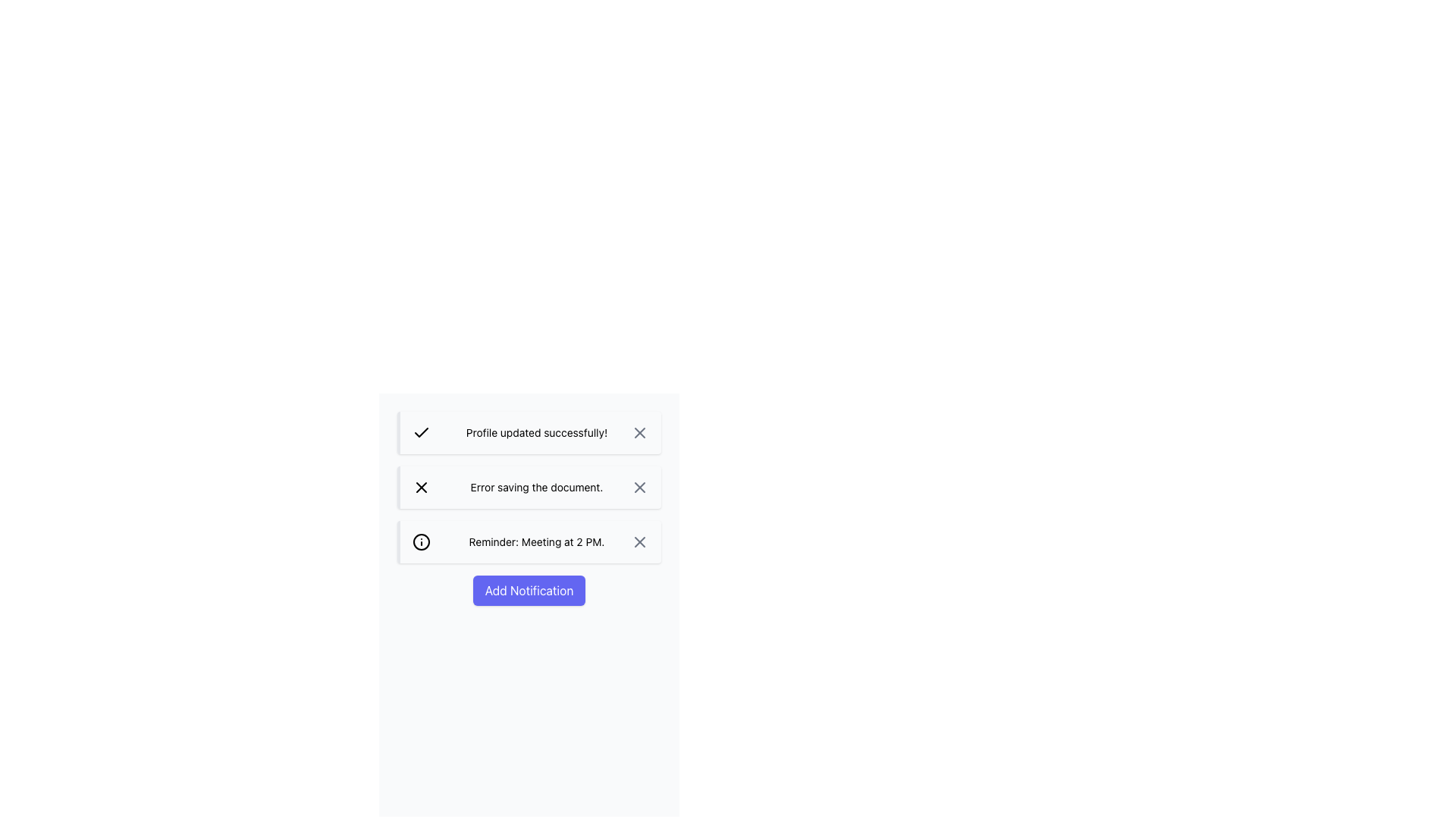  Describe the element at coordinates (422, 541) in the screenshot. I see `the circular SVG element that represents the notification icon for 'Reminder: Meeting at 2 PM' located in the third notification box` at that location.